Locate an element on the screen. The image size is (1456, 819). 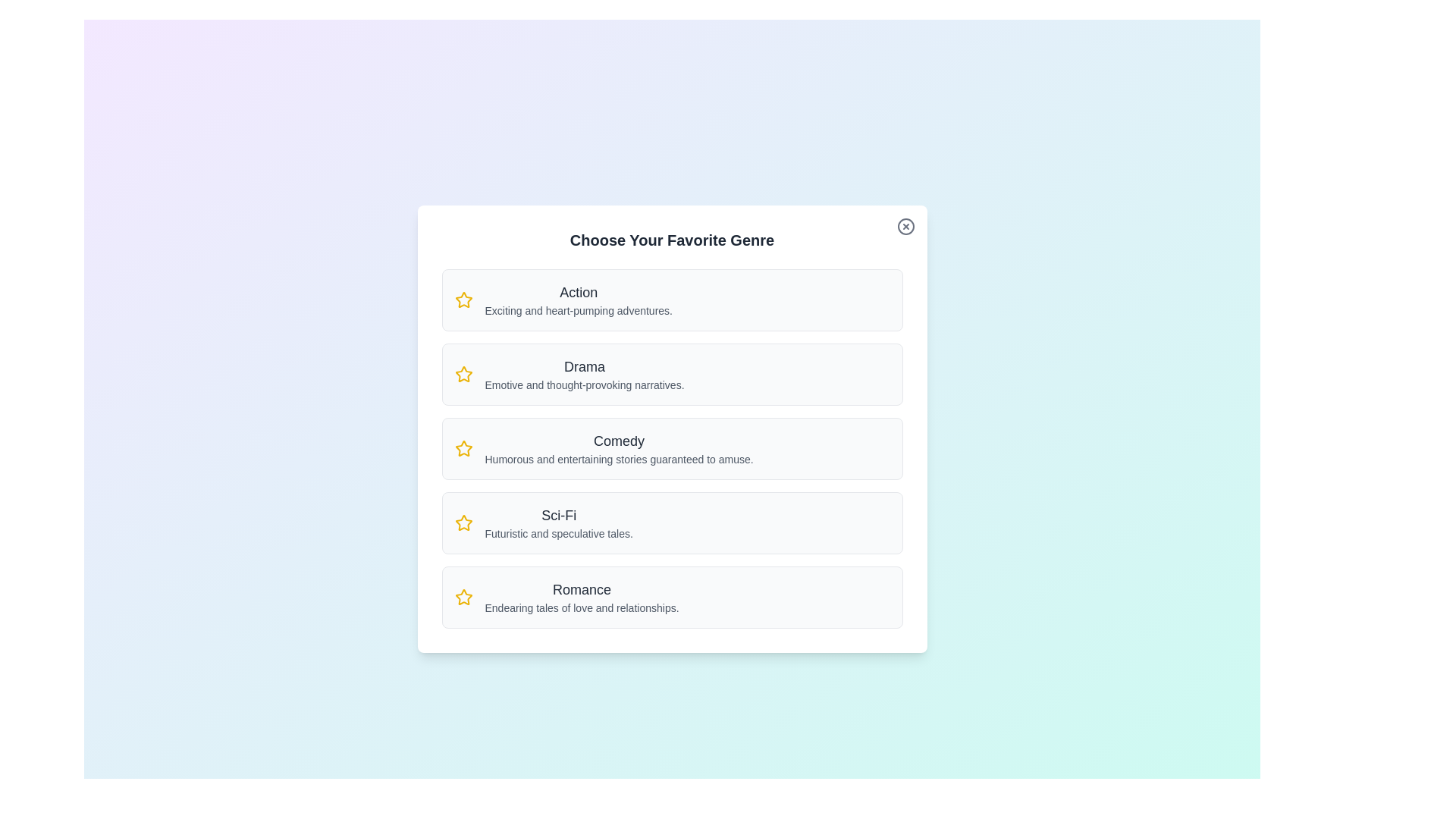
the genre description for Drama is located at coordinates (584, 374).